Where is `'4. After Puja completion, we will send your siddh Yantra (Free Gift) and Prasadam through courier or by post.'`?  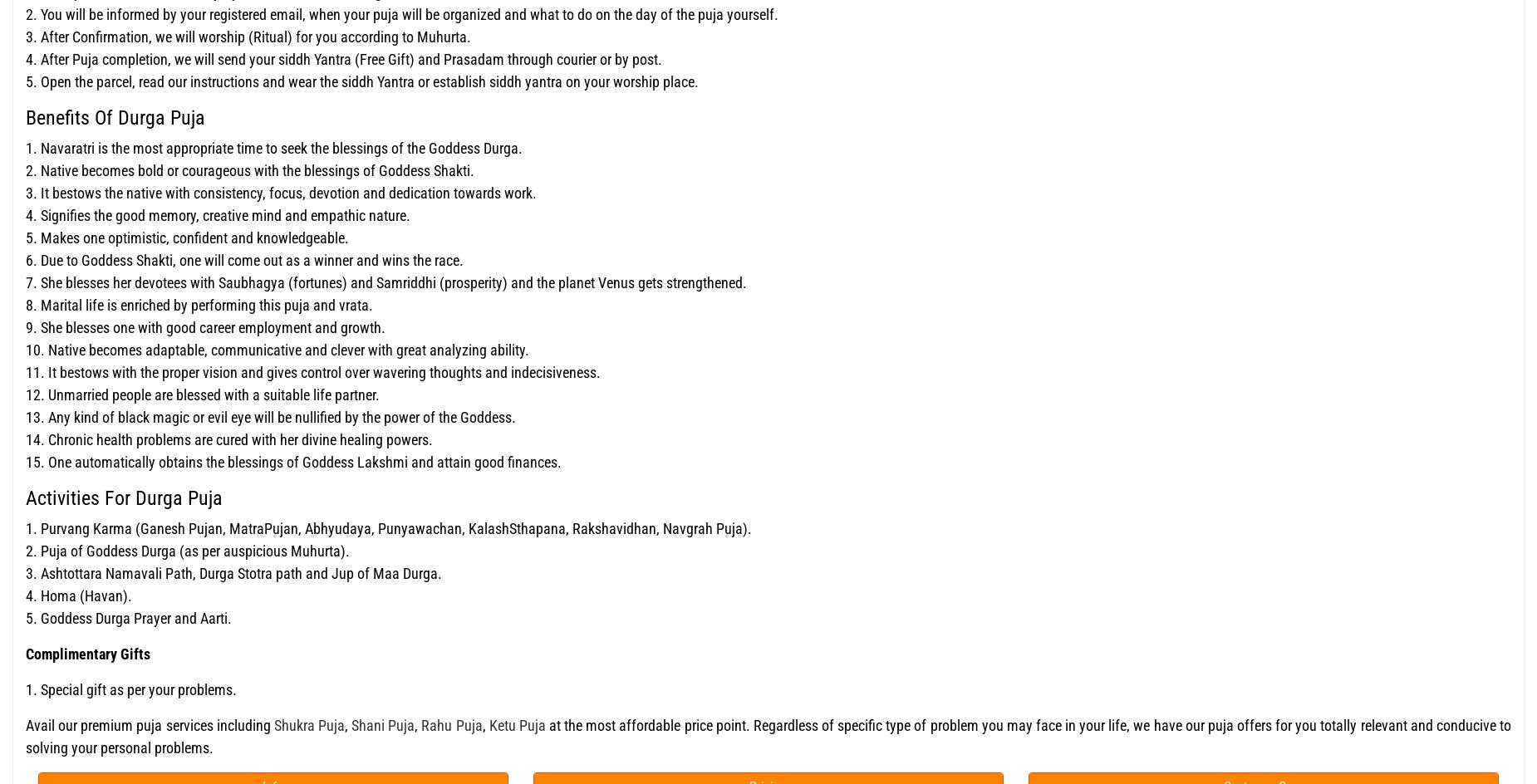 '4. After Puja completion, we will send your siddh Yantra (Free Gift) and Prasadam through courier or by post.' is located at coordinates (343, 58).